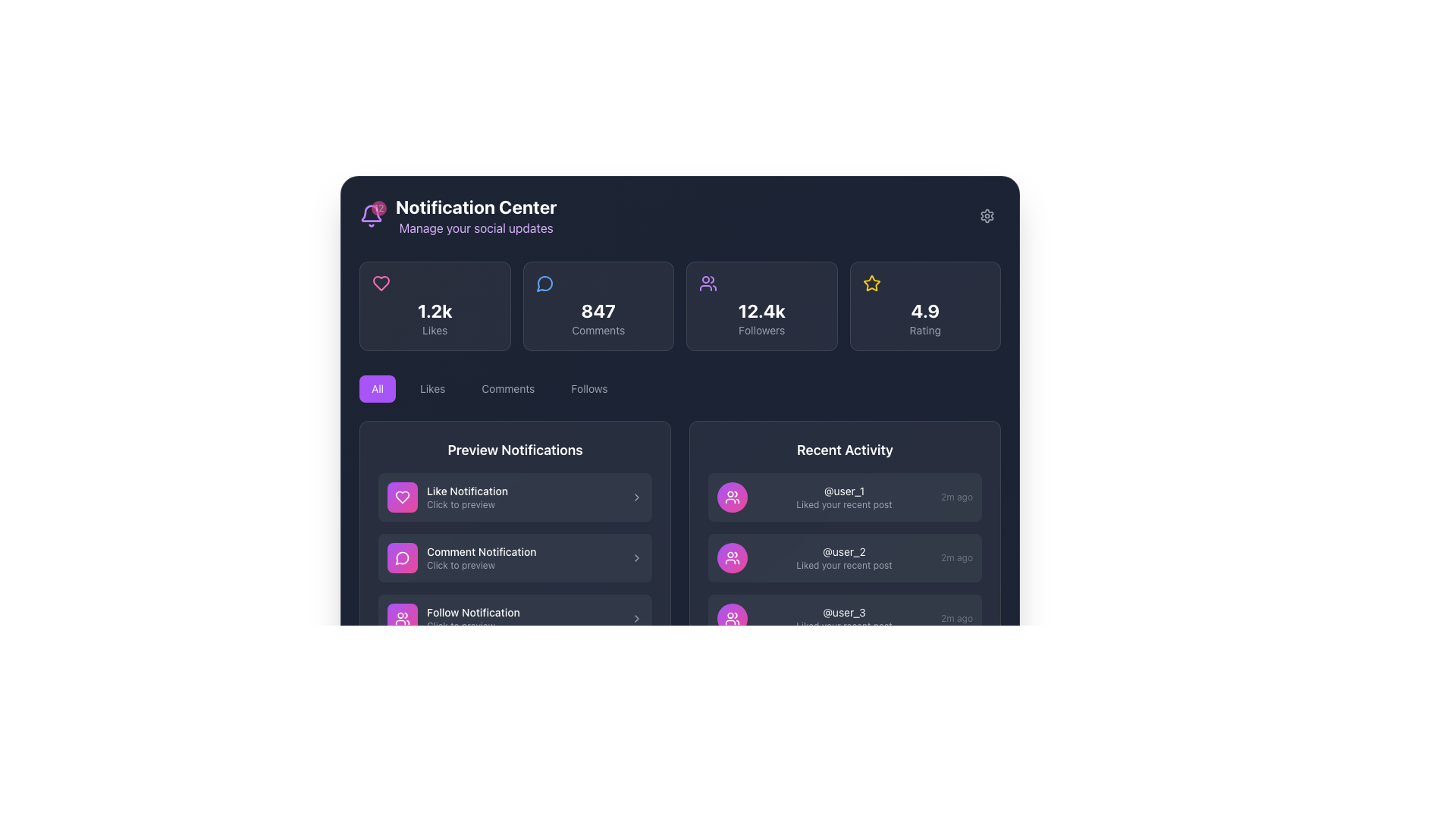 Image resolution: width=1456 pixels, height=819 pixels. Describe the element at coordinates (403, 558) in the screenshot. I see `the Icon button, which is a small square button with a gradient background transitioning from purple to pink, featuring a white comment bubble icon, located in the left side of the second item in the 'Preview Notifications' list` at that location.